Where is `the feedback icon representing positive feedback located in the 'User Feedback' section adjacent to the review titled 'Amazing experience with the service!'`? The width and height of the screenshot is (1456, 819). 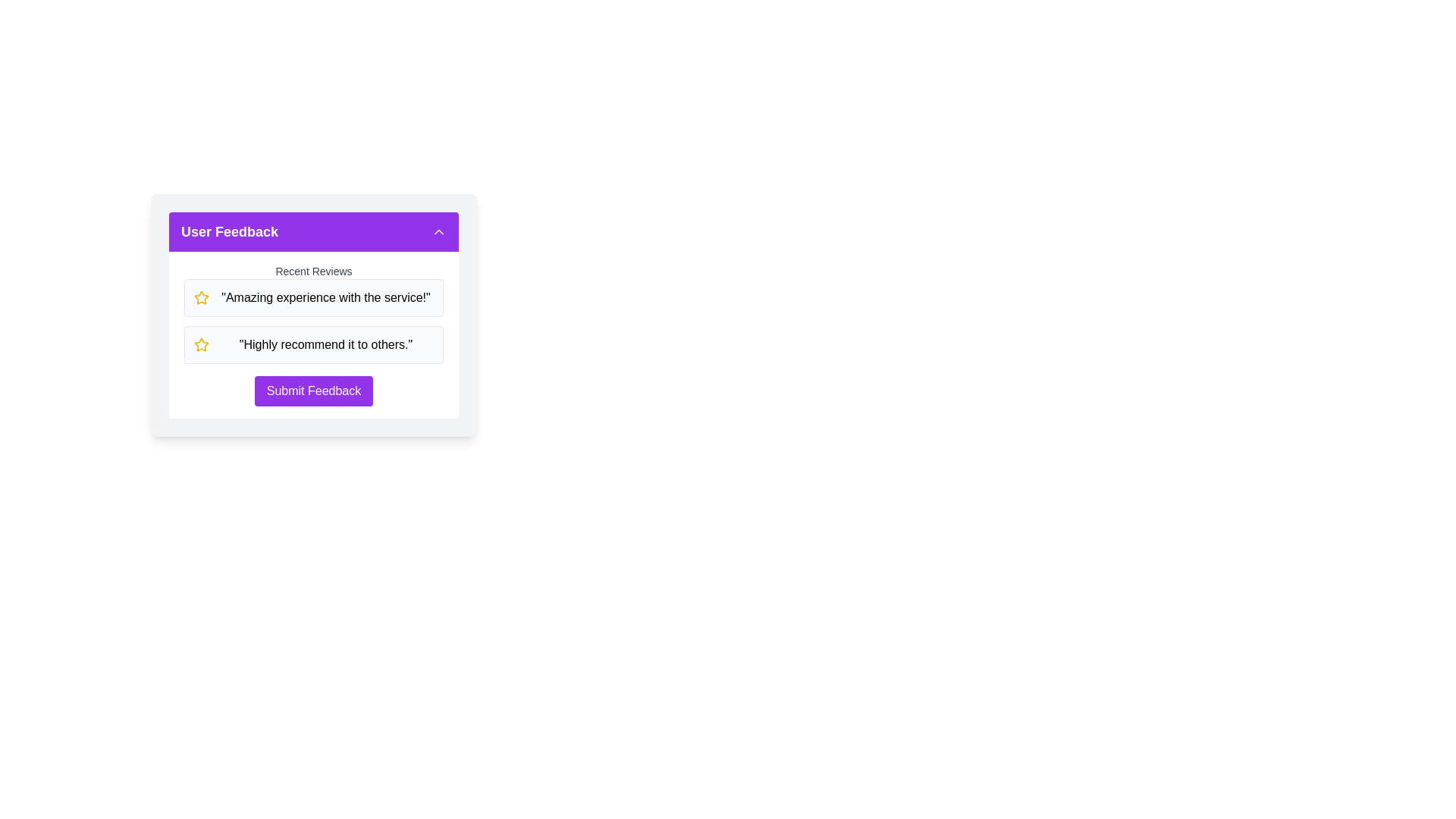
the feedback icon representing positive feedback located in the 'User Feedback' section adjacent to the review titled 'Amazing experience with the service!' is located at coordinates (199, 344).